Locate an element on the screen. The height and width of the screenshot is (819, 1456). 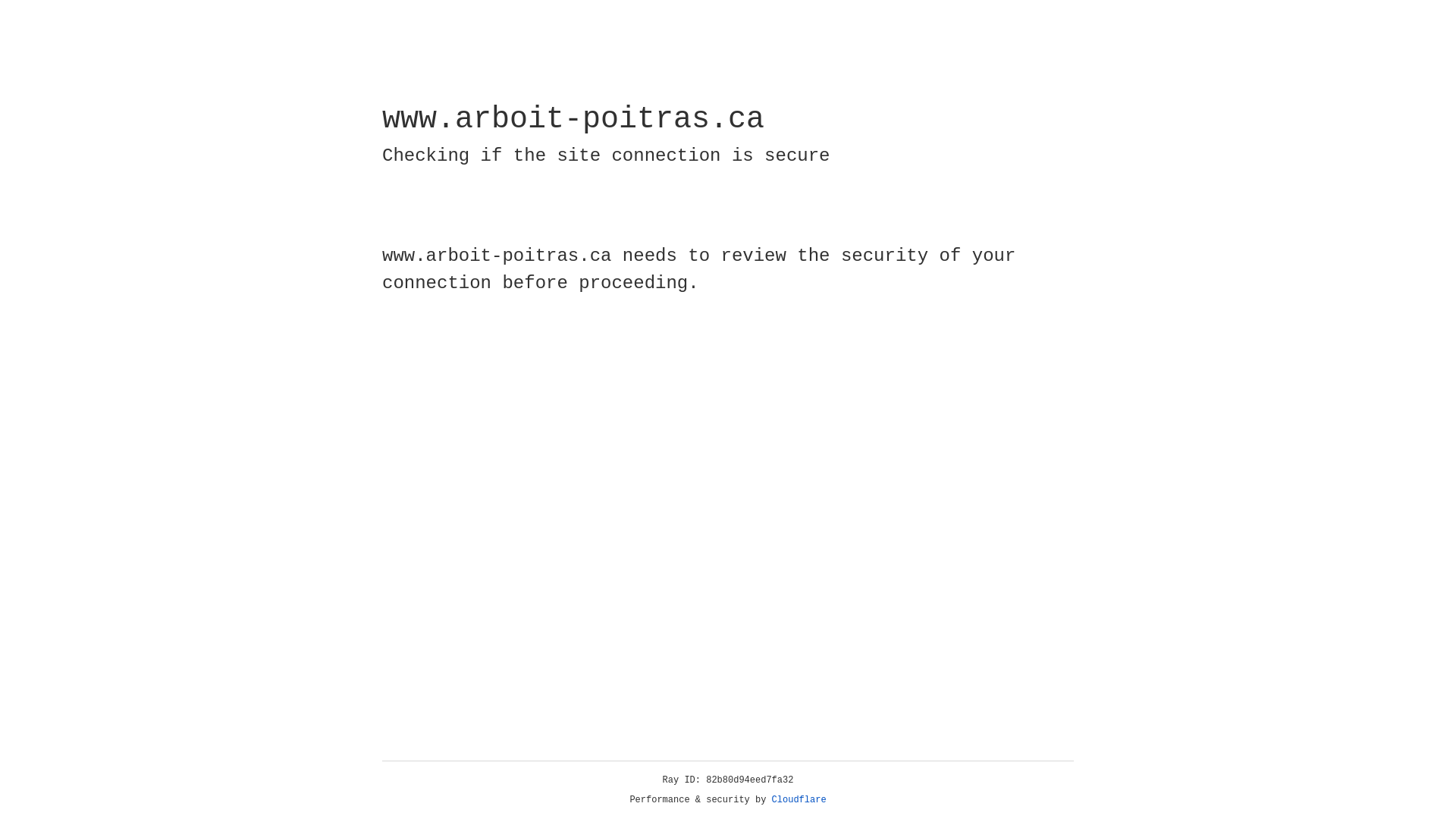
'Cloudflare' is located at coordinates (799, 799).